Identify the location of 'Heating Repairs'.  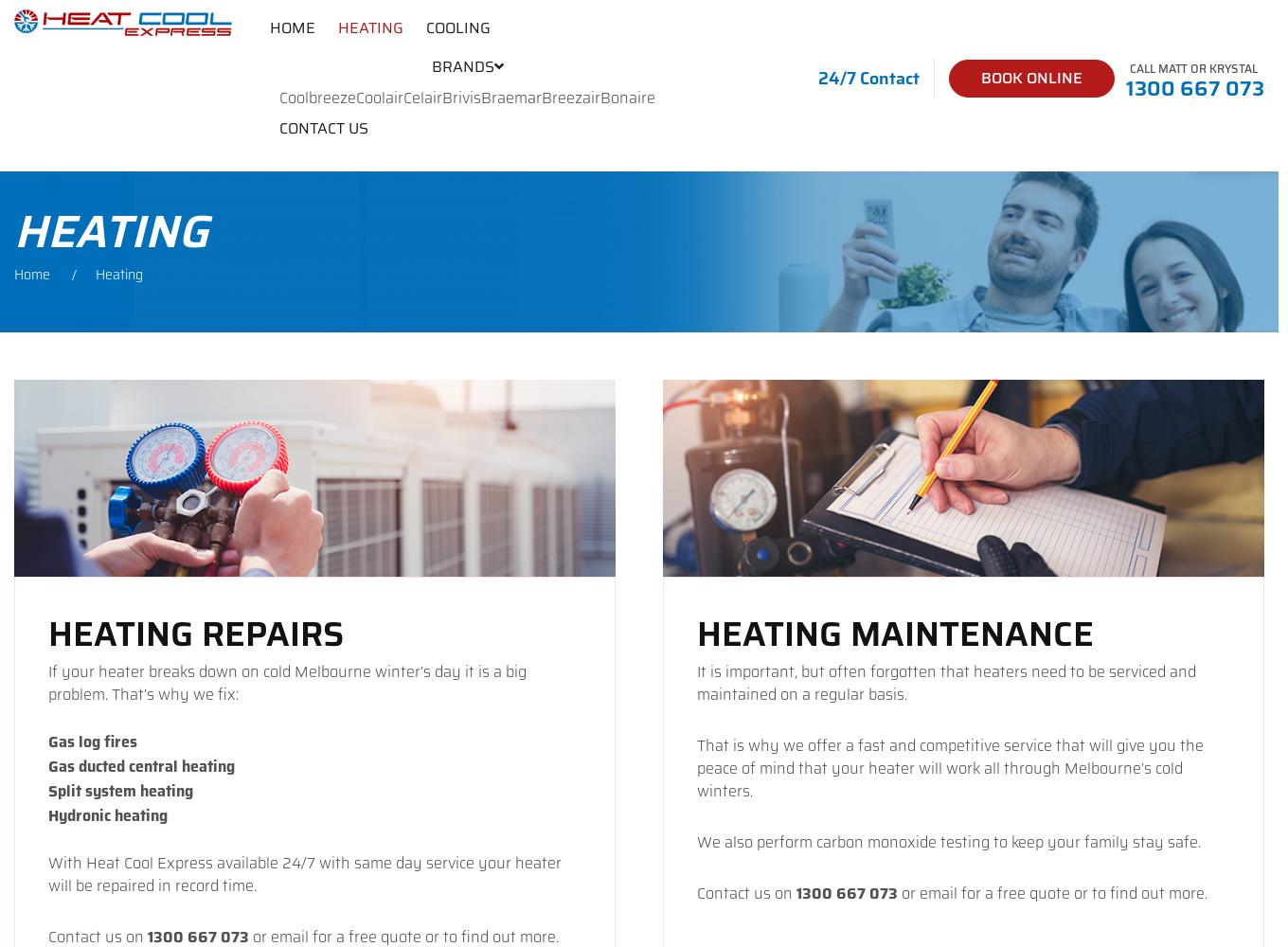
(194, 634).